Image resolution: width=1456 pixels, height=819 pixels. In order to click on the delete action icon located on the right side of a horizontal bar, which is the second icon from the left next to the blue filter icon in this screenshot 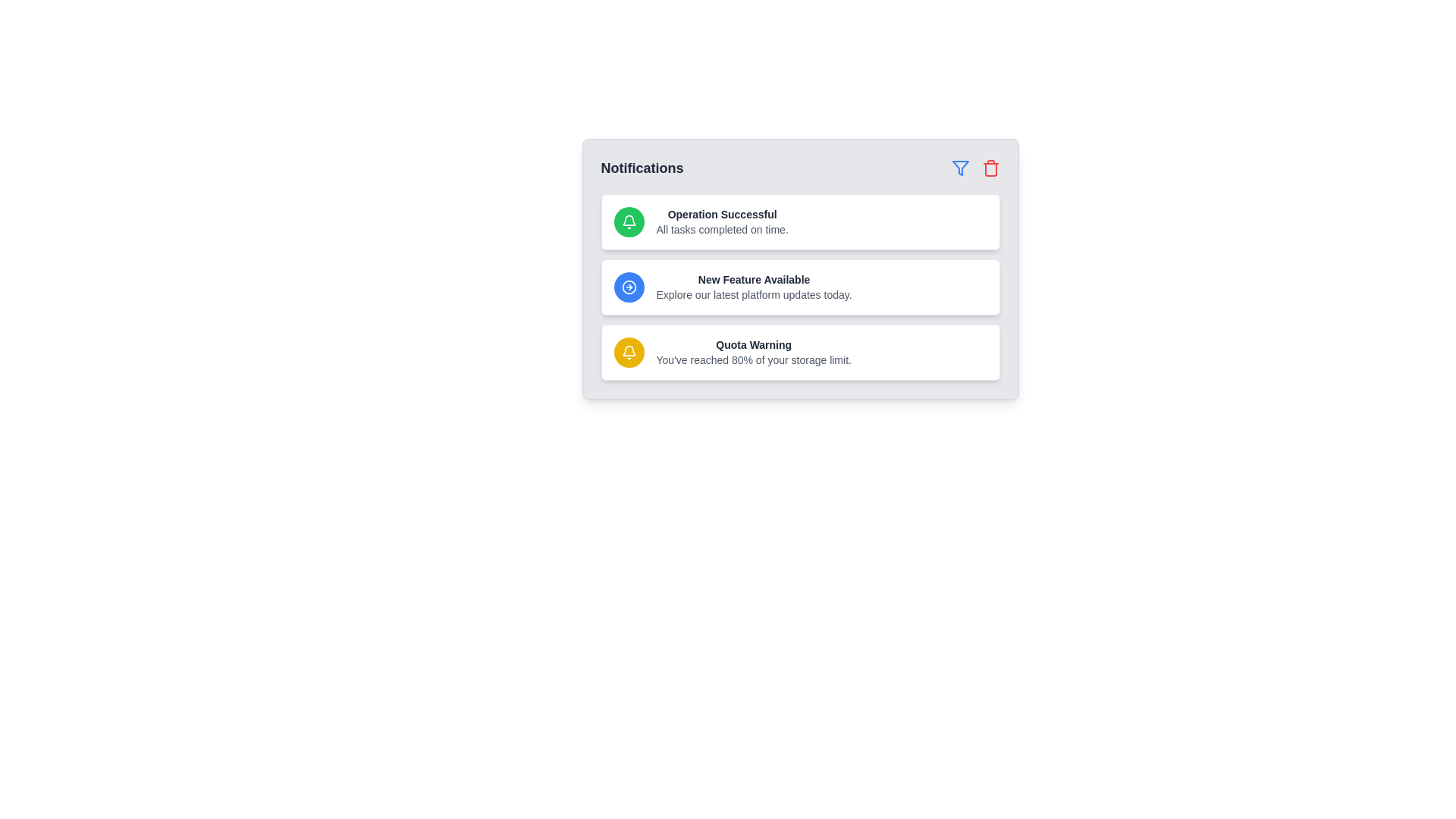, I will do `click(990, 168)`.